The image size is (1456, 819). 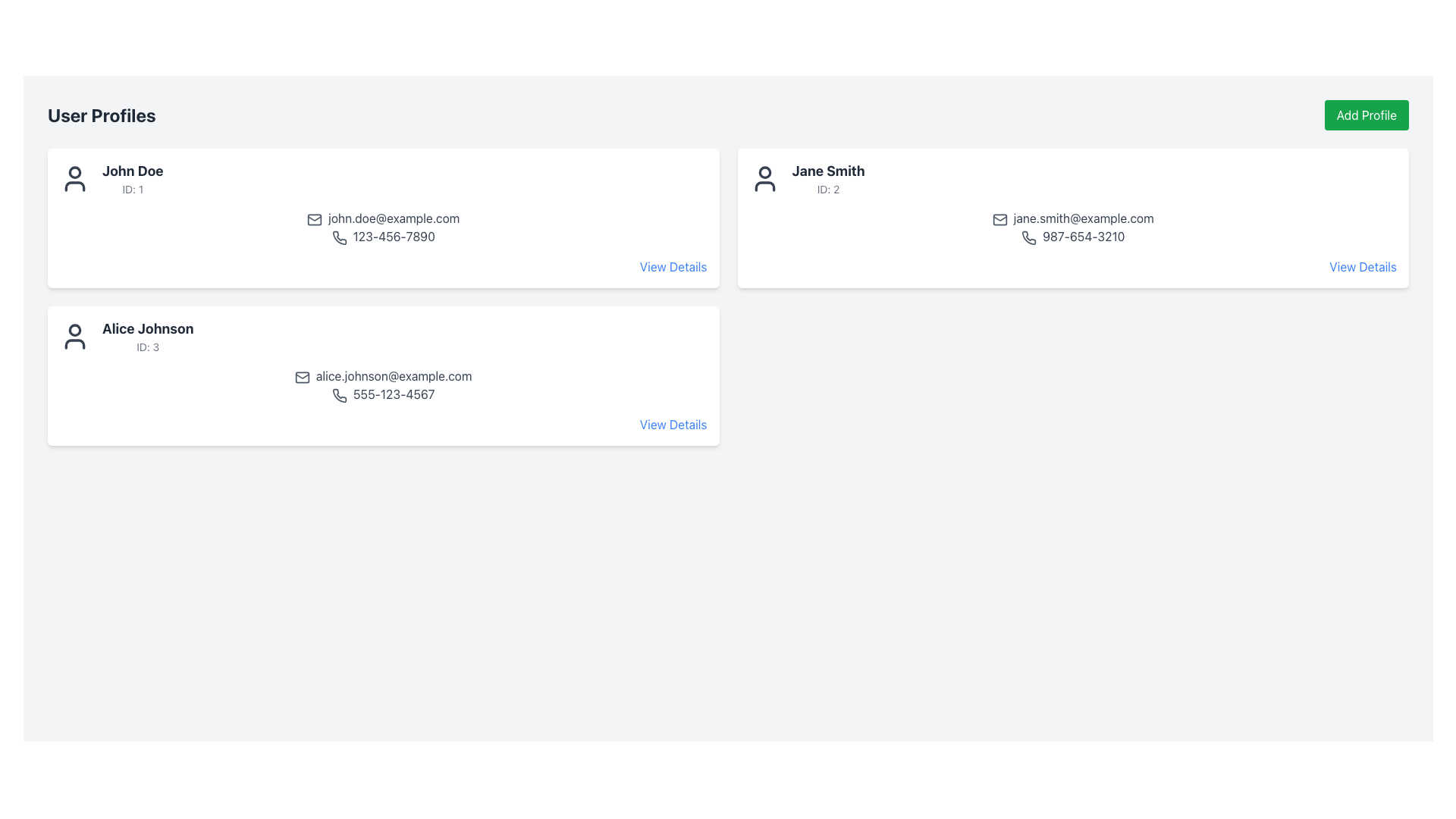 I want to click on the email address 'john.doe@example.com' or the phone number '123-456-7890' located in the first profile card of user 'John Doe' for potential interactions, so click(x=383, y=227).